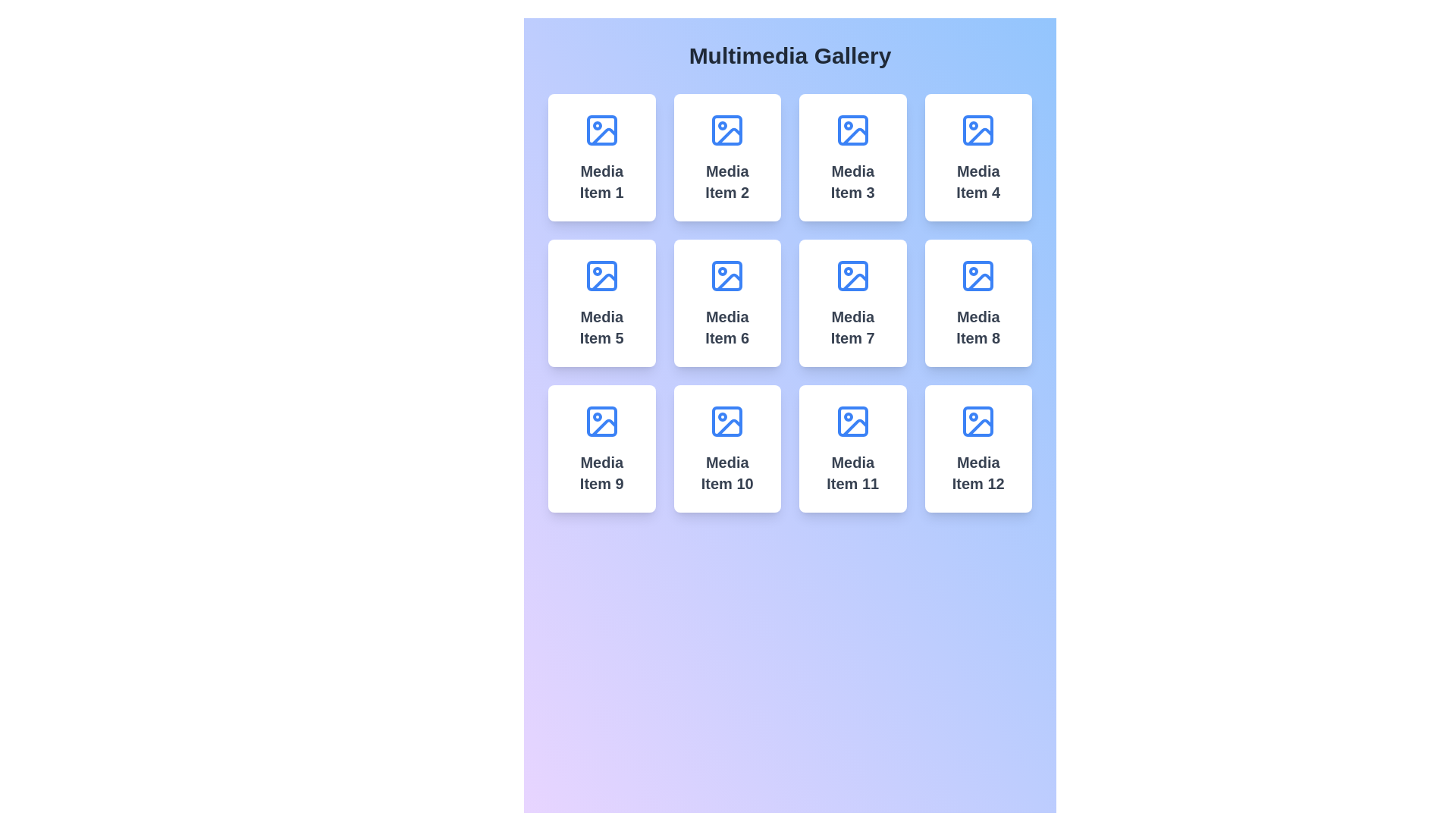 Image resolution: width=1456 pixels, height=819 pixels. I want to click on the blue icon representing the media item located in the center of the card labeled 'Media Item 7', so click(852, 275).